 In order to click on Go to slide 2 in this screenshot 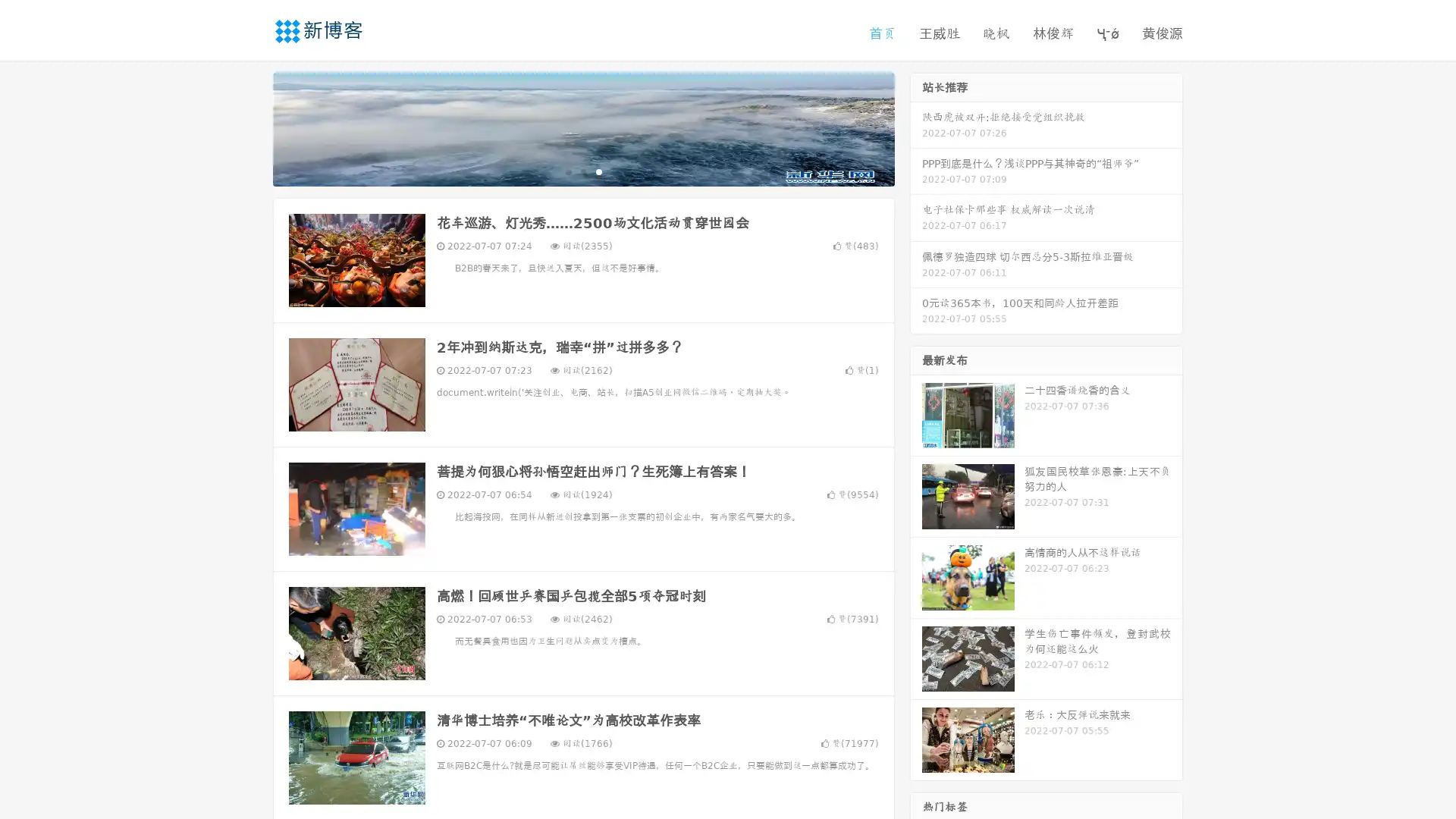, I will do `click(582, 171)`.